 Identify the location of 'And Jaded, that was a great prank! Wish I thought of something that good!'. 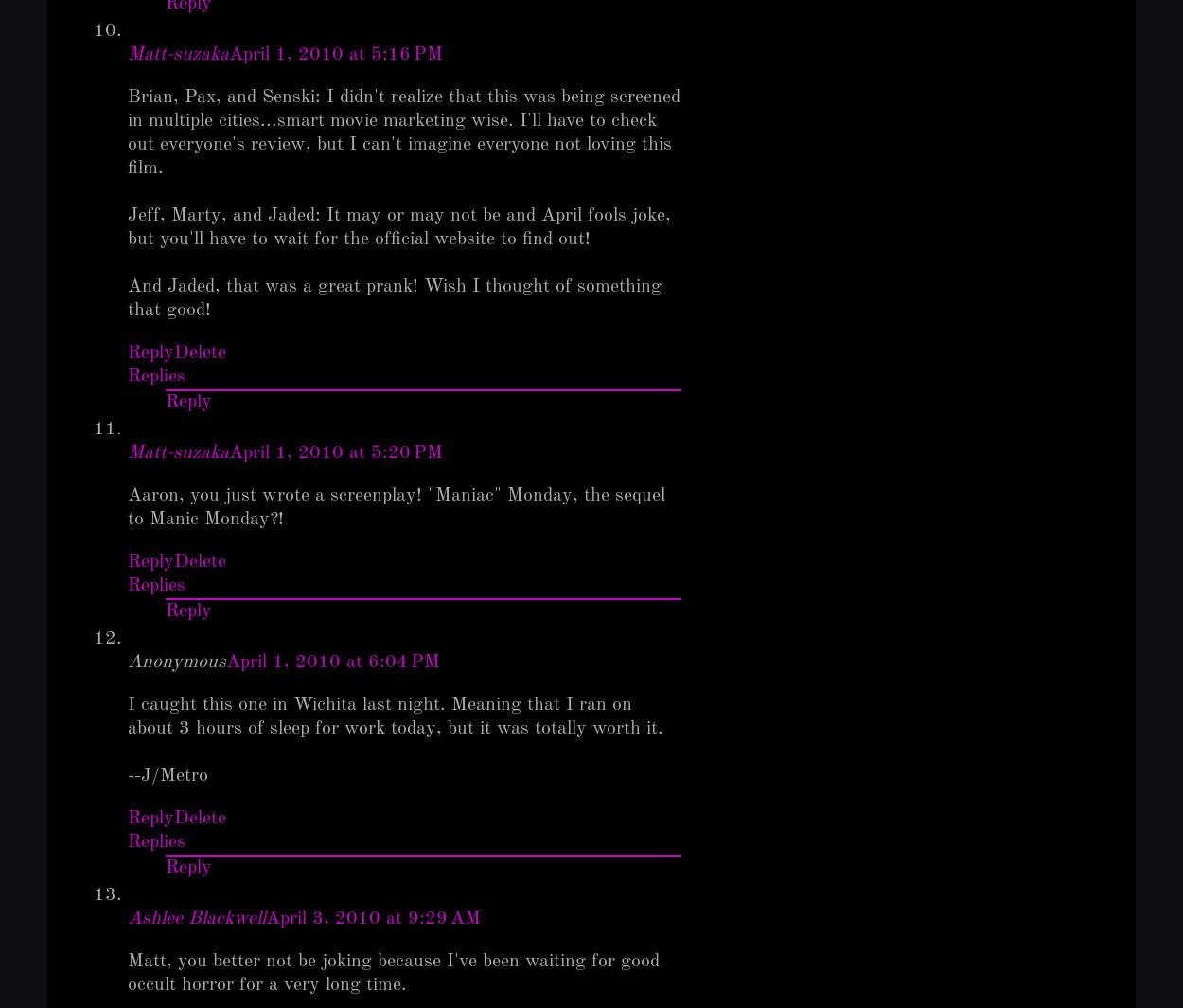
(128, 297).